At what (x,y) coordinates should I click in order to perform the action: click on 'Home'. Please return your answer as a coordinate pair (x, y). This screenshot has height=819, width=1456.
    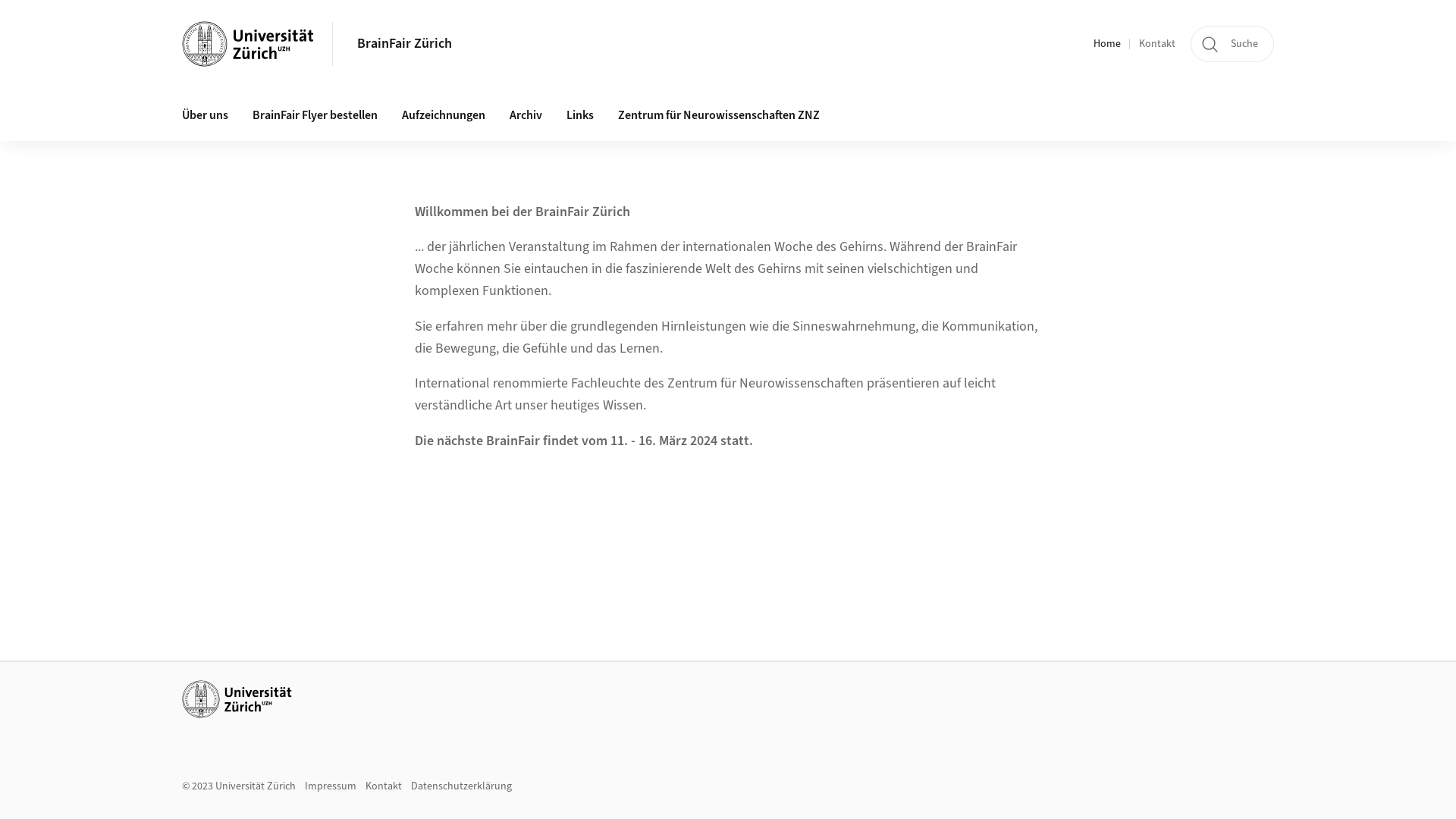
    Looking at the image, I should click on (1106, 43).